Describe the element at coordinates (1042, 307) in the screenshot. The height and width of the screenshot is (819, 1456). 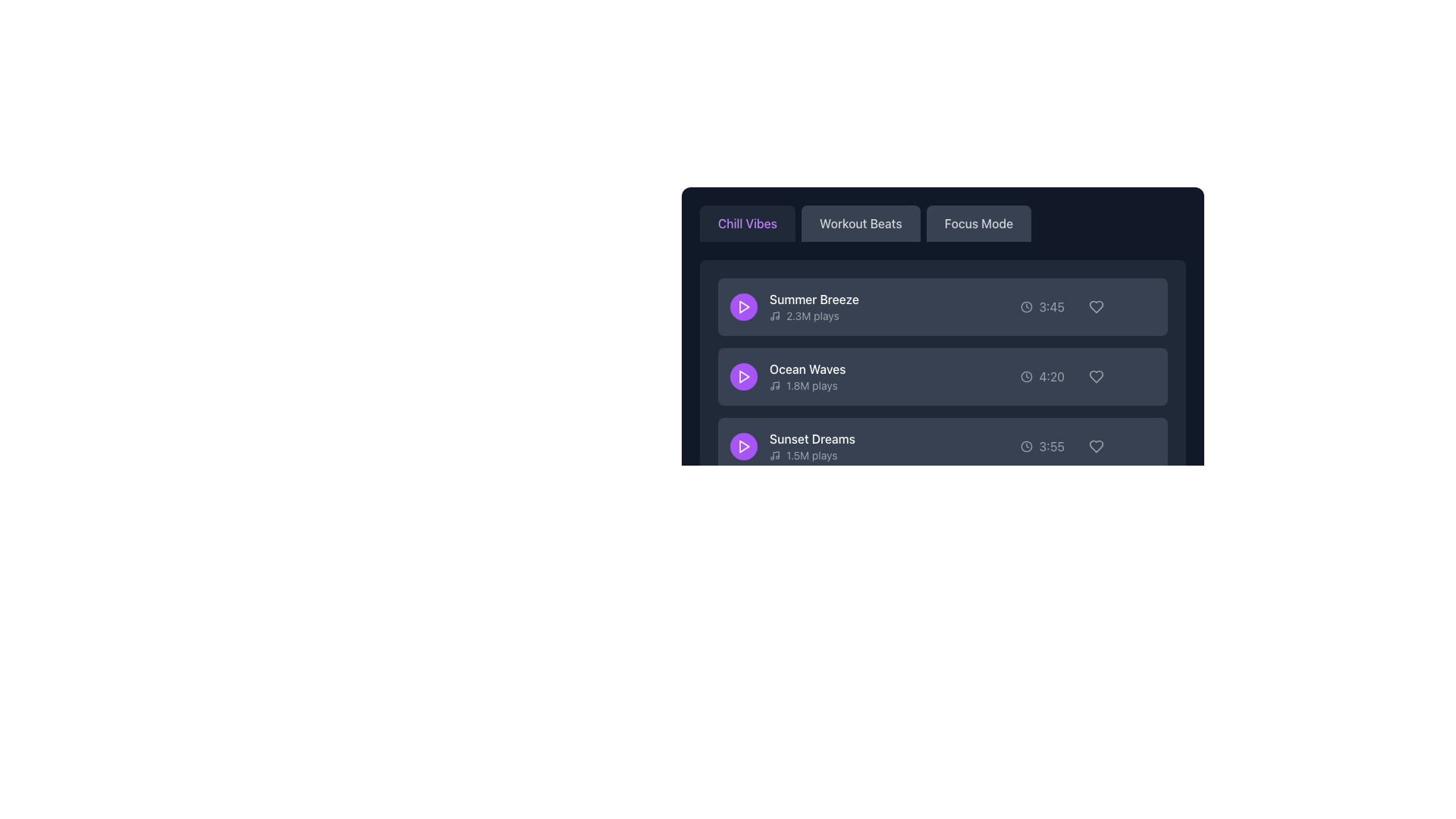
I see `the Duration Indicator, which is a small circular clock icon followed by the text '3:45', styled in light gray, located next to the song title 'Summer Breeze'` at that location.